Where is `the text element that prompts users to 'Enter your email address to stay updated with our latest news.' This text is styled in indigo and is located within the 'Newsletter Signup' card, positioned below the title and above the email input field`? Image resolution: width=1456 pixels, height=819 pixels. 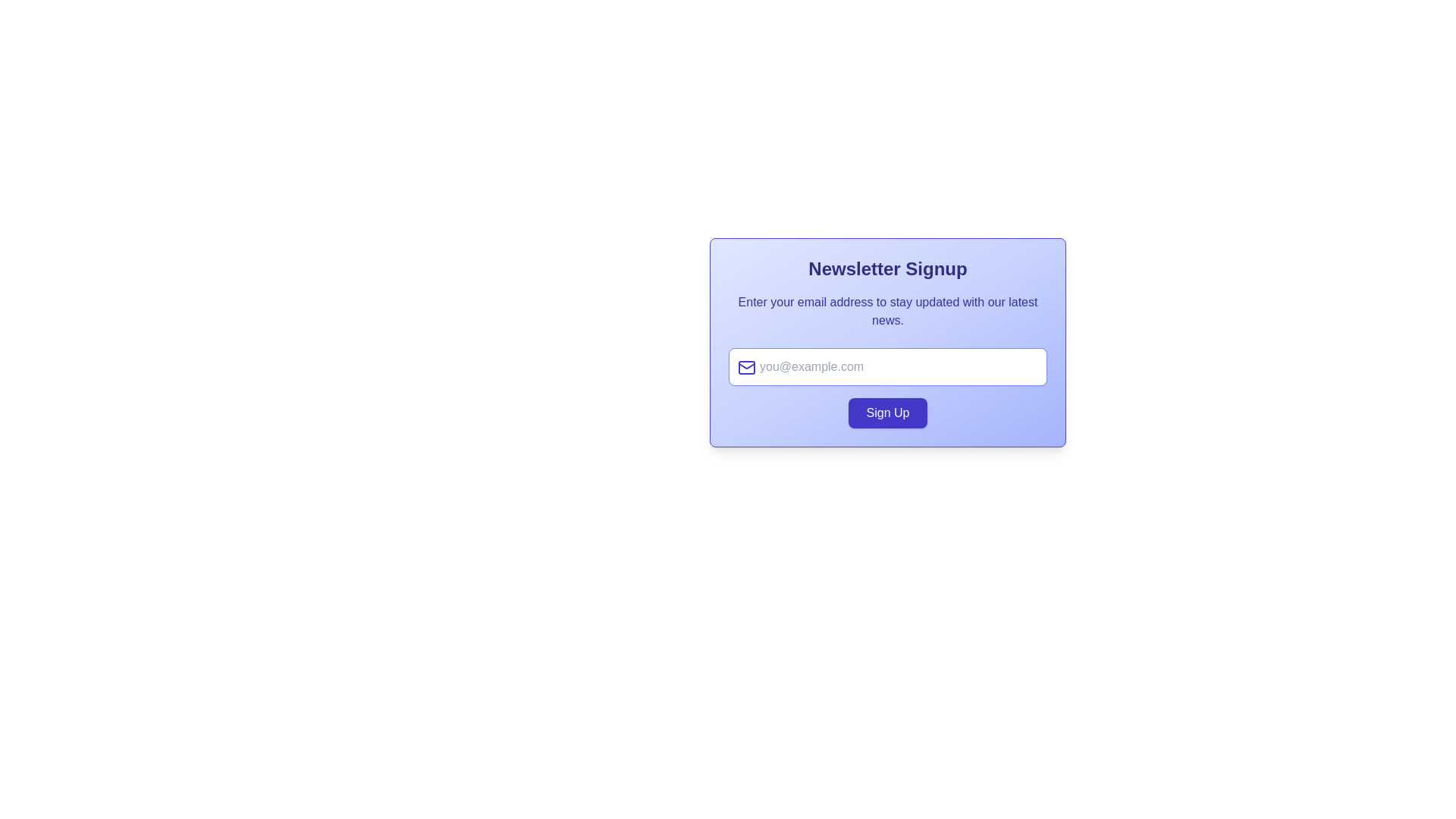
the text element that prompts users to 'Enter your email address to stay updated with our latest news.' This text is styled in indigo and is located within the 'Newsletter Signup' card, positioned below the title and above the email input field is located at coordinates (888, 311).